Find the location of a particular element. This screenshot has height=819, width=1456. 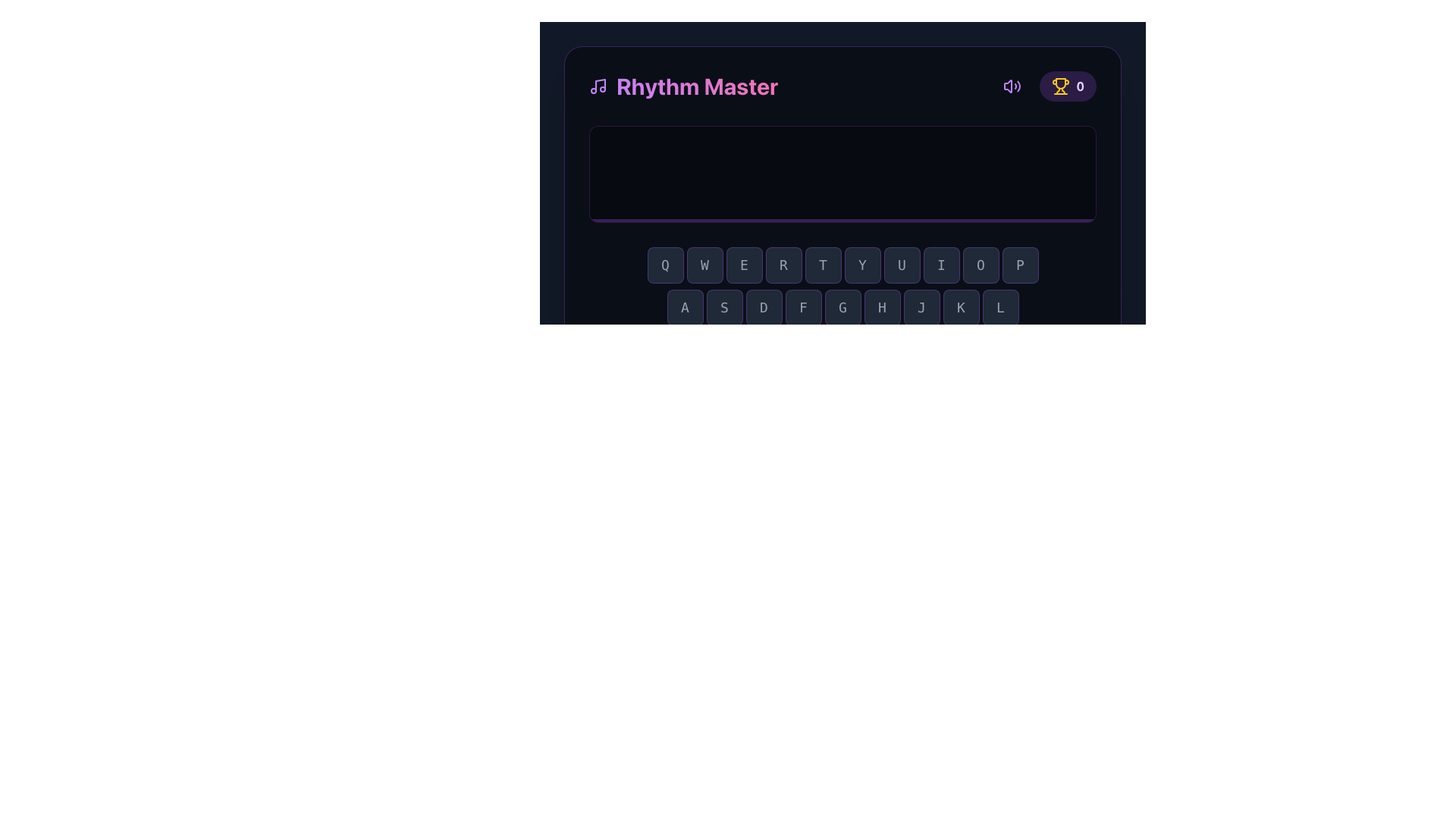

the virtual keyboard button representing the letter 'G' to input the character 'G.' is located at coordinates (842, 307).